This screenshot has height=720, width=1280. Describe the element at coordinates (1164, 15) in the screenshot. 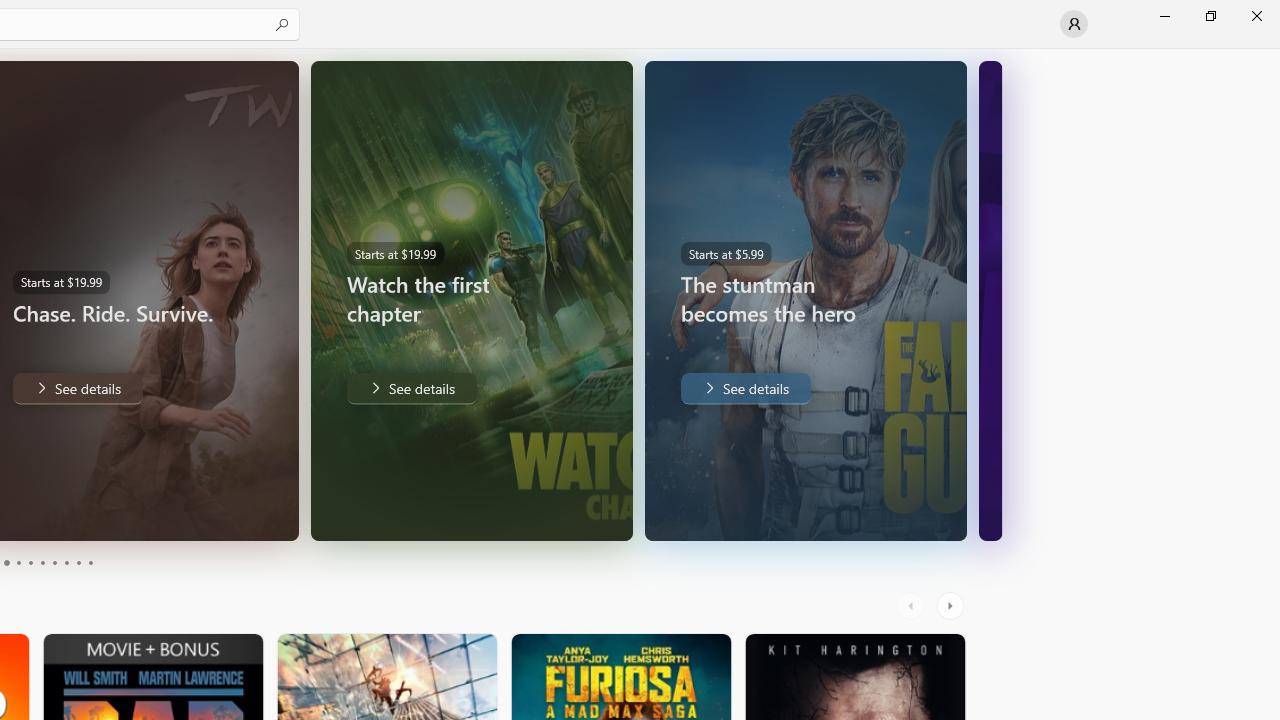

I see `'Minimize Microsoft Store'` at that location.